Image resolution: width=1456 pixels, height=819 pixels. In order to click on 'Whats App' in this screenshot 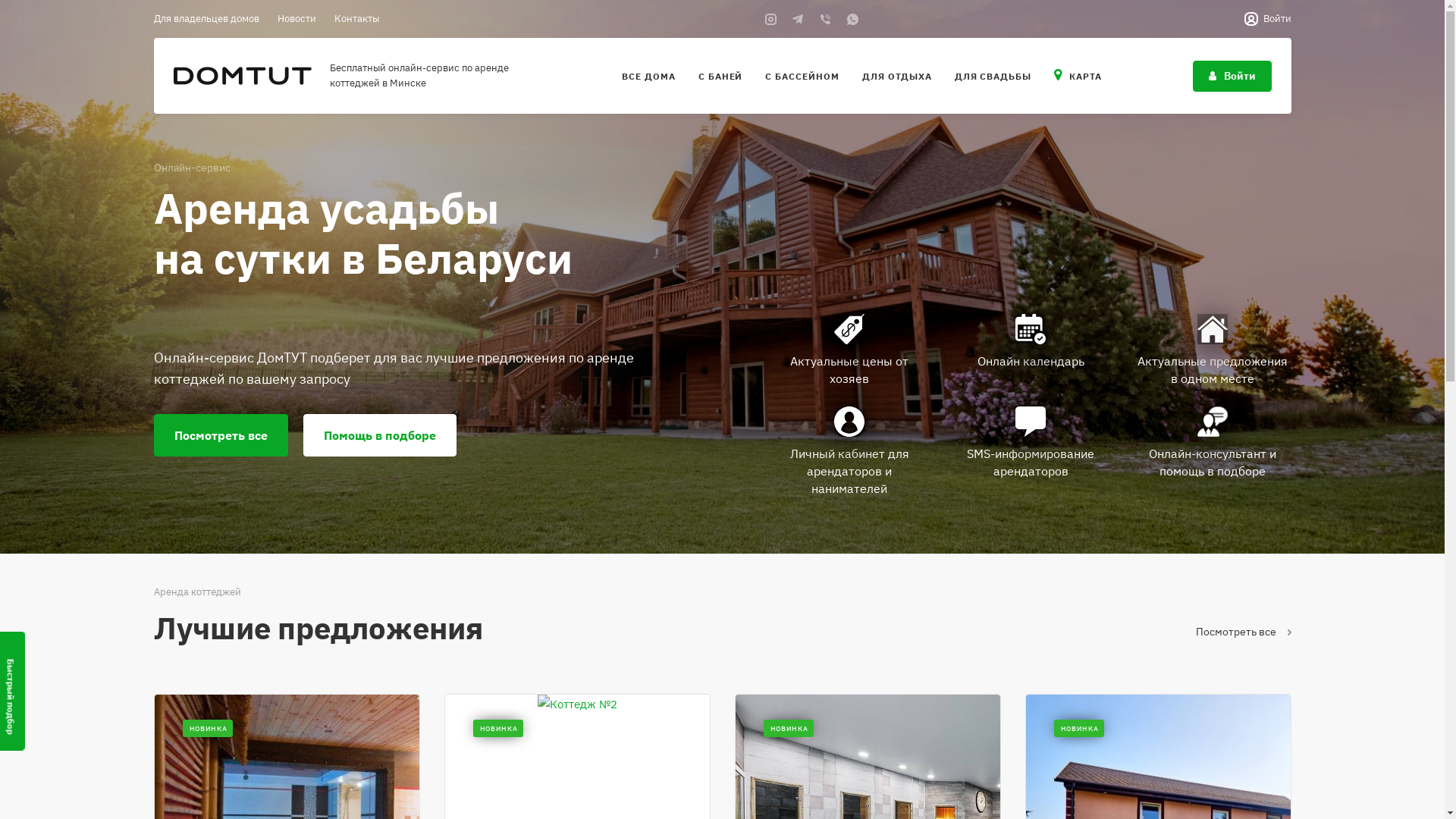, I will do `click(852, 18)`.